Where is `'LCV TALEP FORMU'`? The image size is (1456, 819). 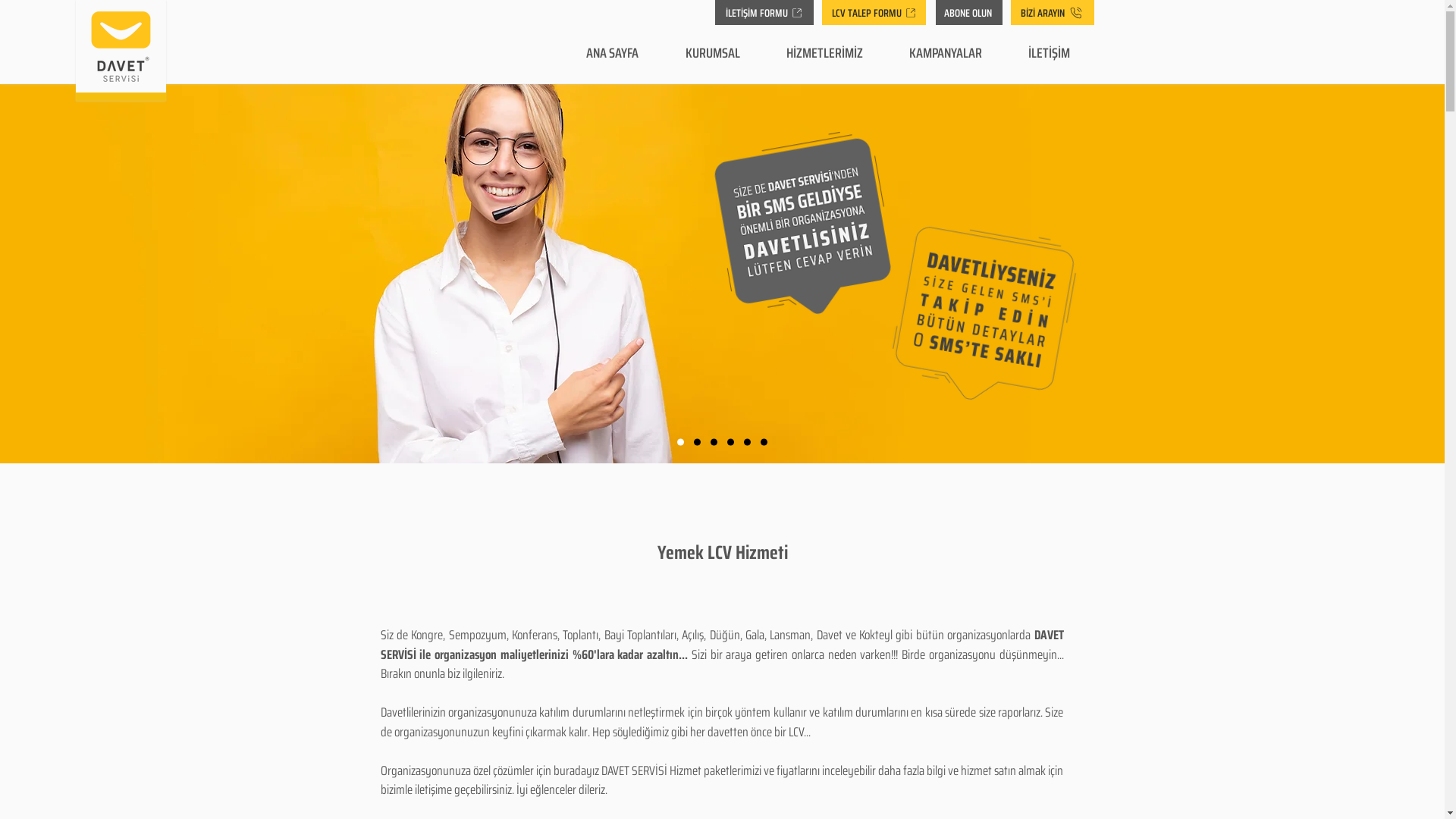 'LCV TALEP FORMU' is located at coordinates (874, 12).